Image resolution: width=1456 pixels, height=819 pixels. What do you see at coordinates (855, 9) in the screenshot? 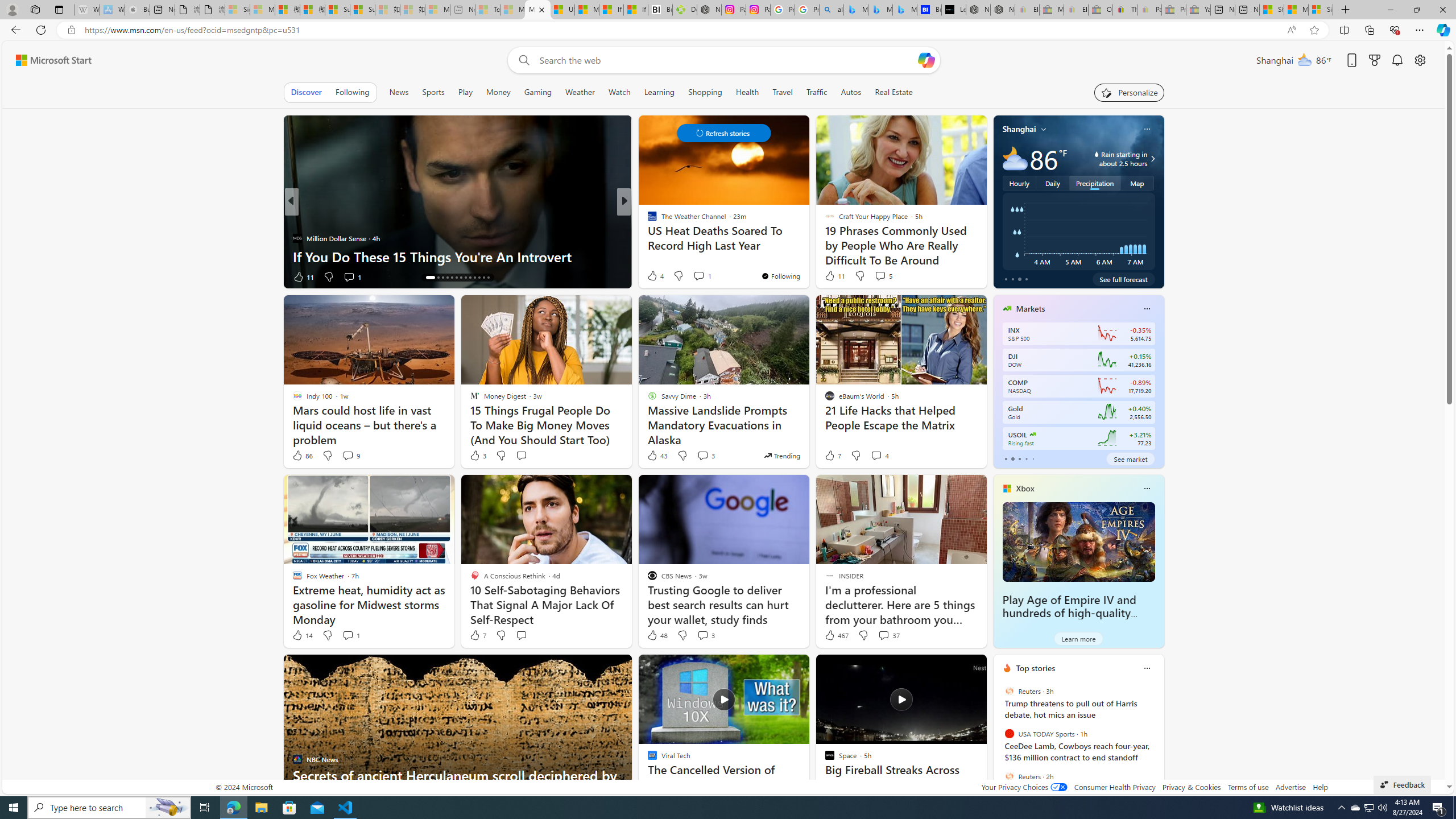
I see `'Microsoft Bing Travel - Flights from Hong Kong to Bangkok'` at bounding box center [855, 9].